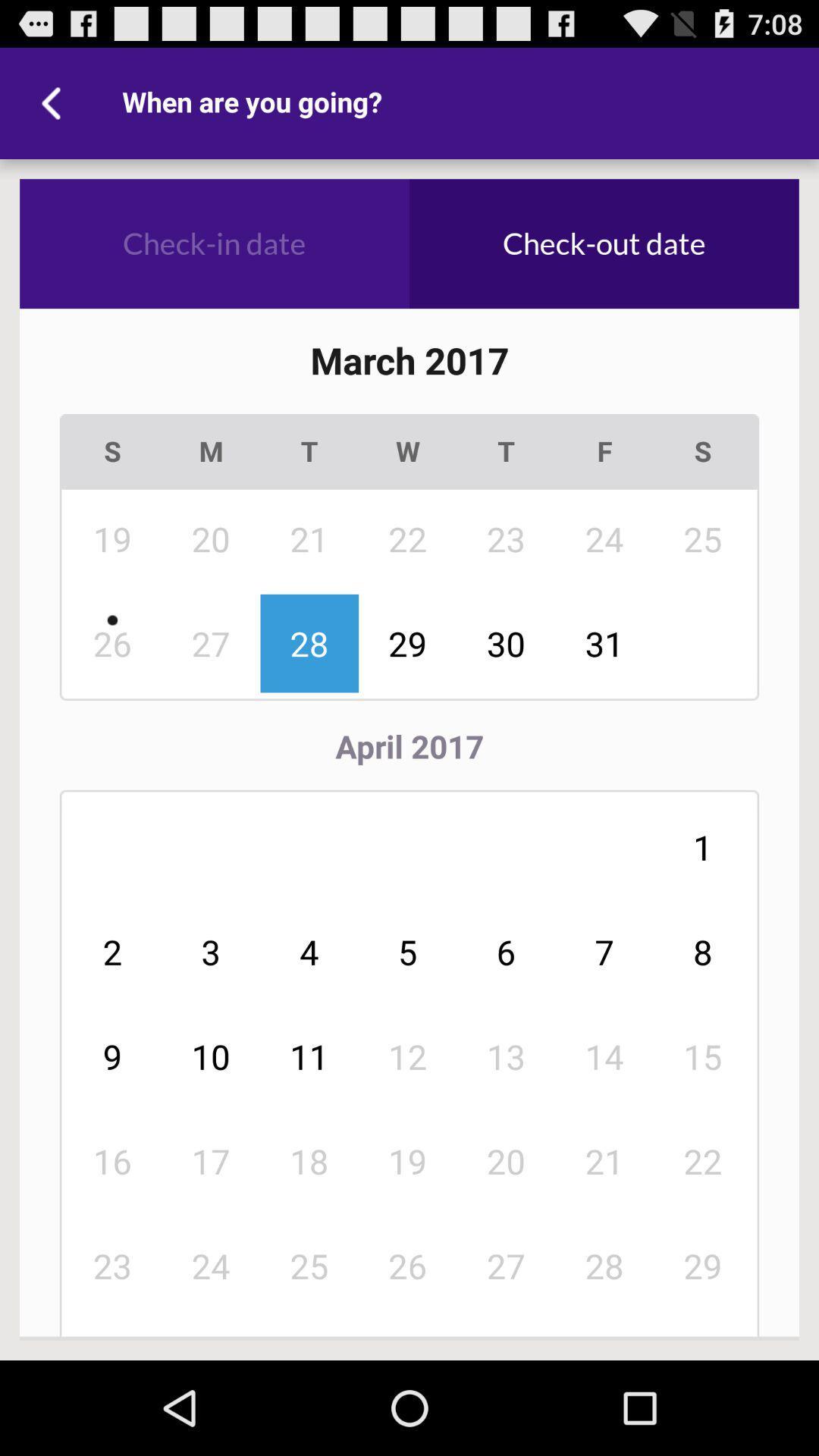 The image size is (819, 1456). I want to click on the item above check-in date icon, so click(55, 102).